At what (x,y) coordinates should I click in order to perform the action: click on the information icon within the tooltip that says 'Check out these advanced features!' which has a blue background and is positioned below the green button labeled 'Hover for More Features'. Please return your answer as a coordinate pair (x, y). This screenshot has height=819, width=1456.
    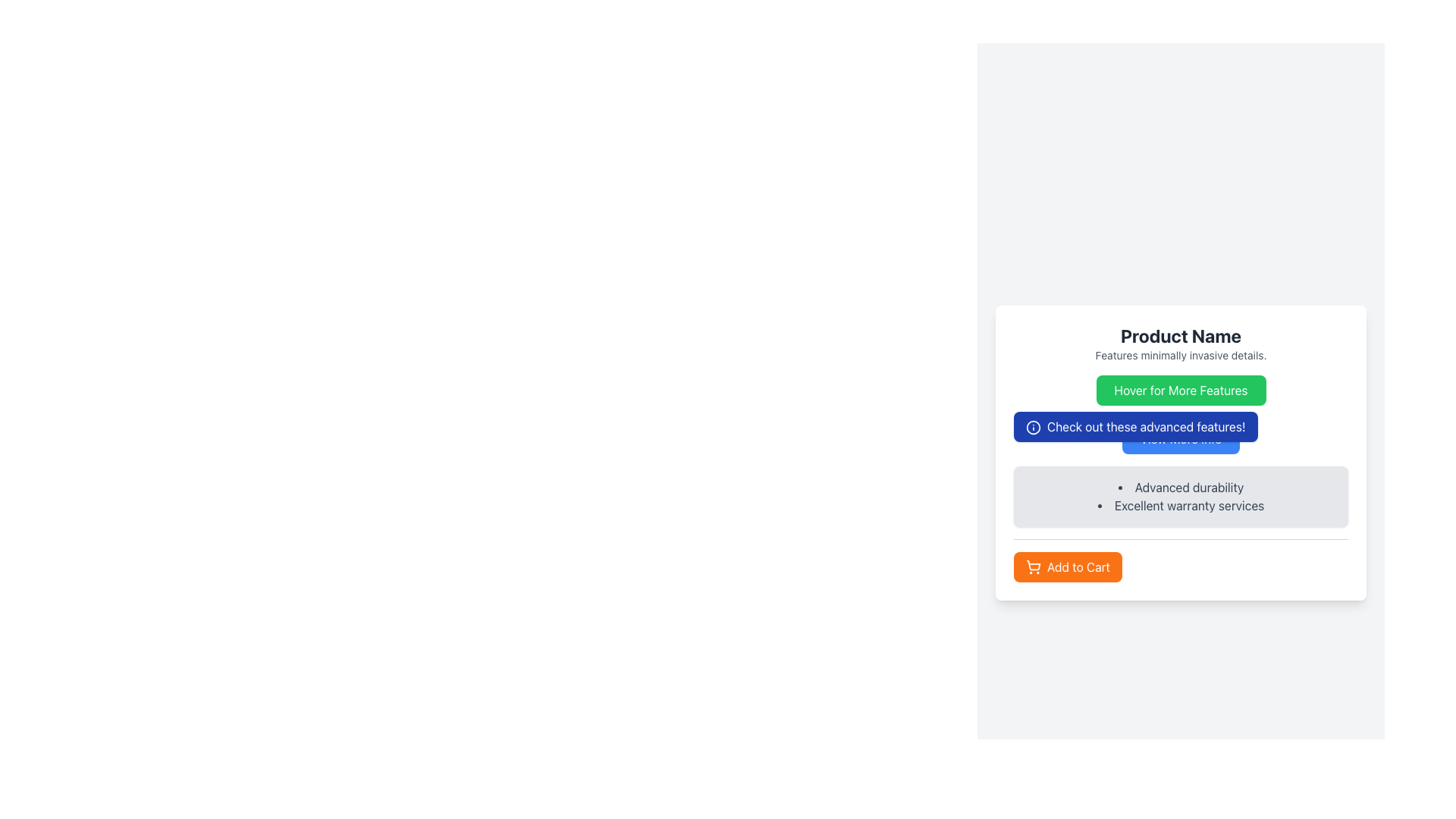
    Looking at the image, I should click on (1135, 426).